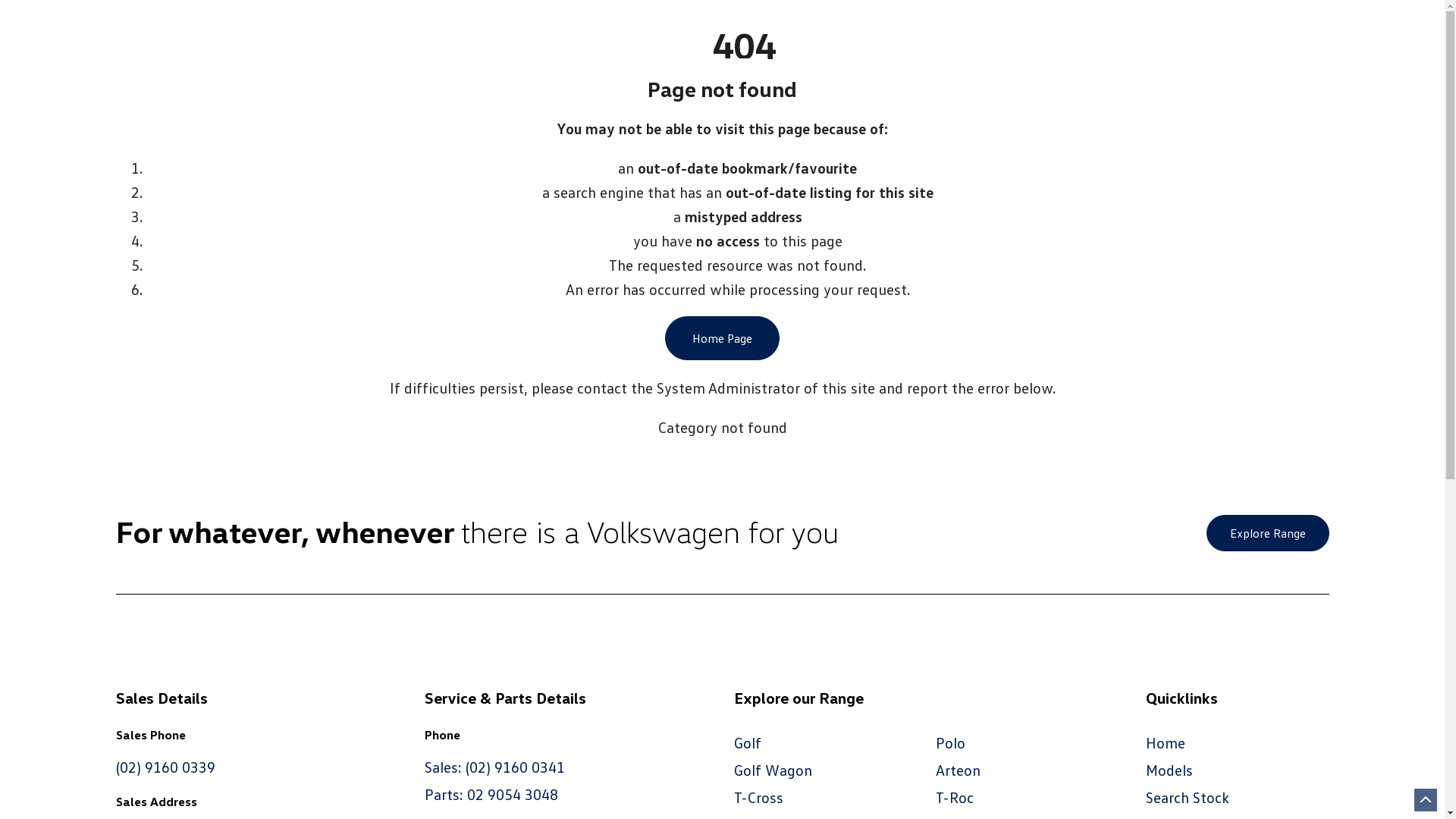  What do you see at coordinates (758, 795) in the screenshot?
I see `'T-Cross'` at bounding box center [758, 795].